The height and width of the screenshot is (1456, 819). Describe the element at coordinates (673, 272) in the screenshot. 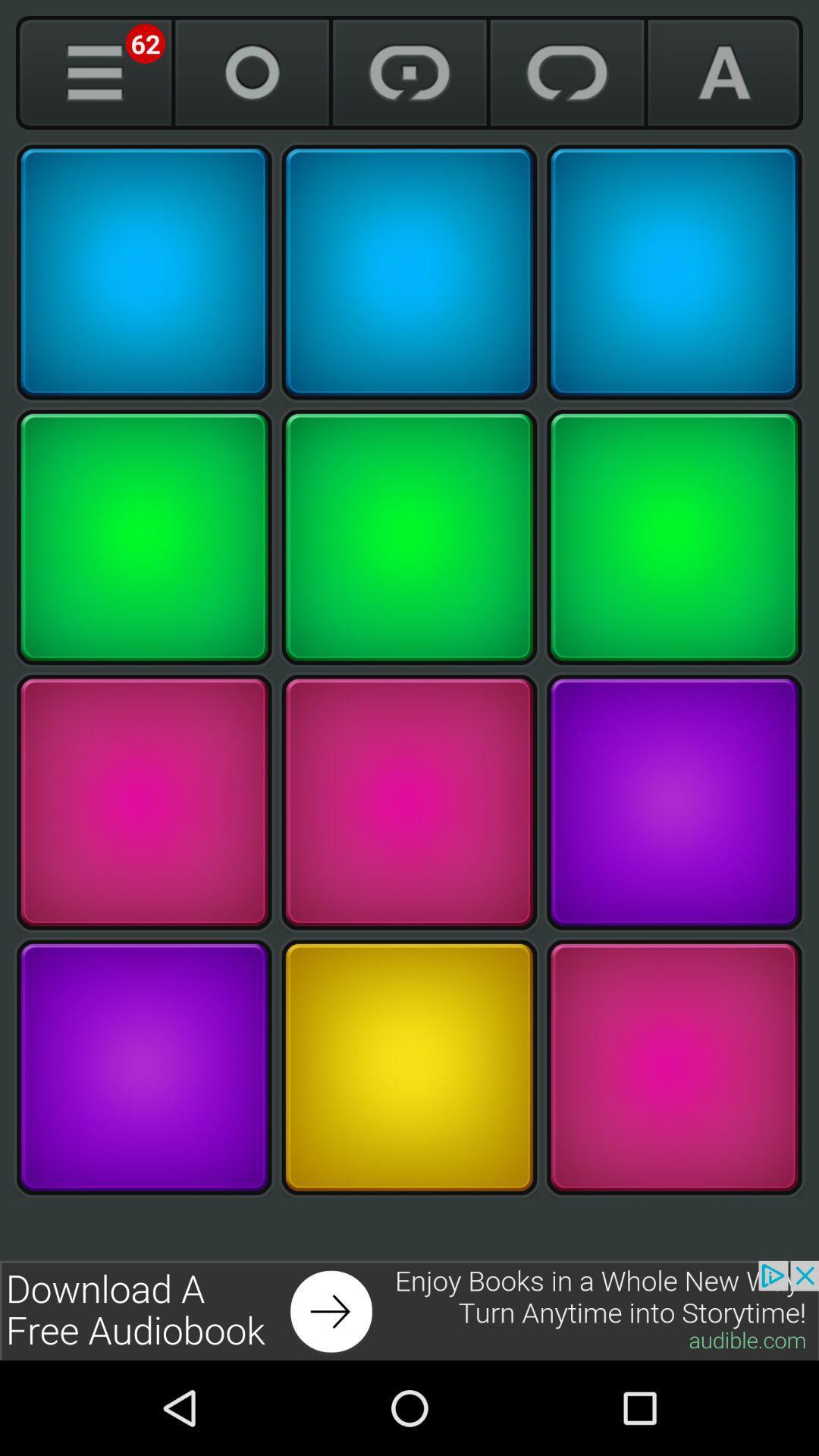

I see `blue botton` at that location.